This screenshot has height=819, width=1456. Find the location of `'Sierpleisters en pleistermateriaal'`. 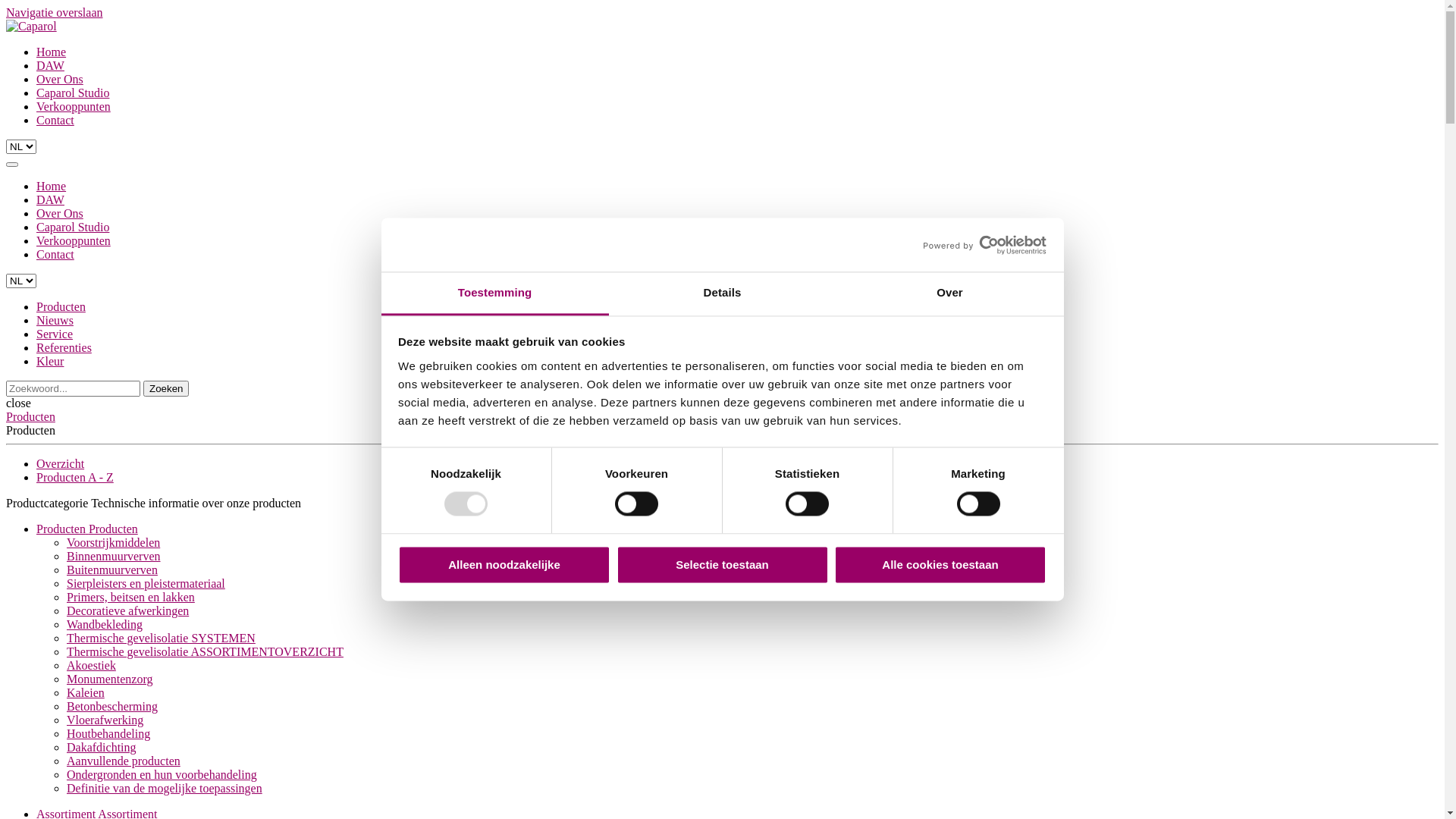

'Sierpleisters en pleistermateriaal' is located at coordinates (146, 582).